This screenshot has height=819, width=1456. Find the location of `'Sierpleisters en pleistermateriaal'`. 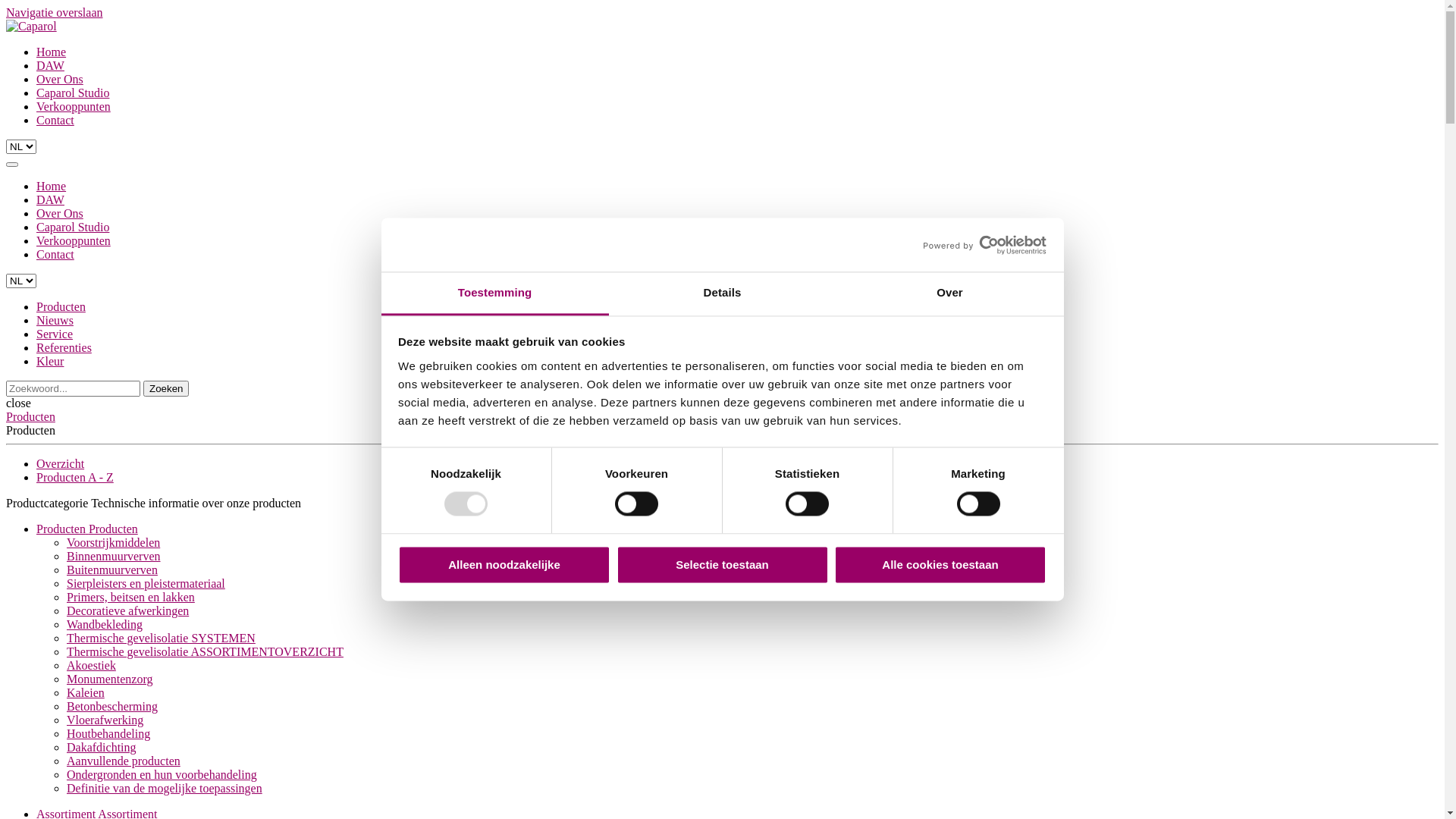

'Sierpleisters en pleistermateriaal' is located at coordinates (146, 582).